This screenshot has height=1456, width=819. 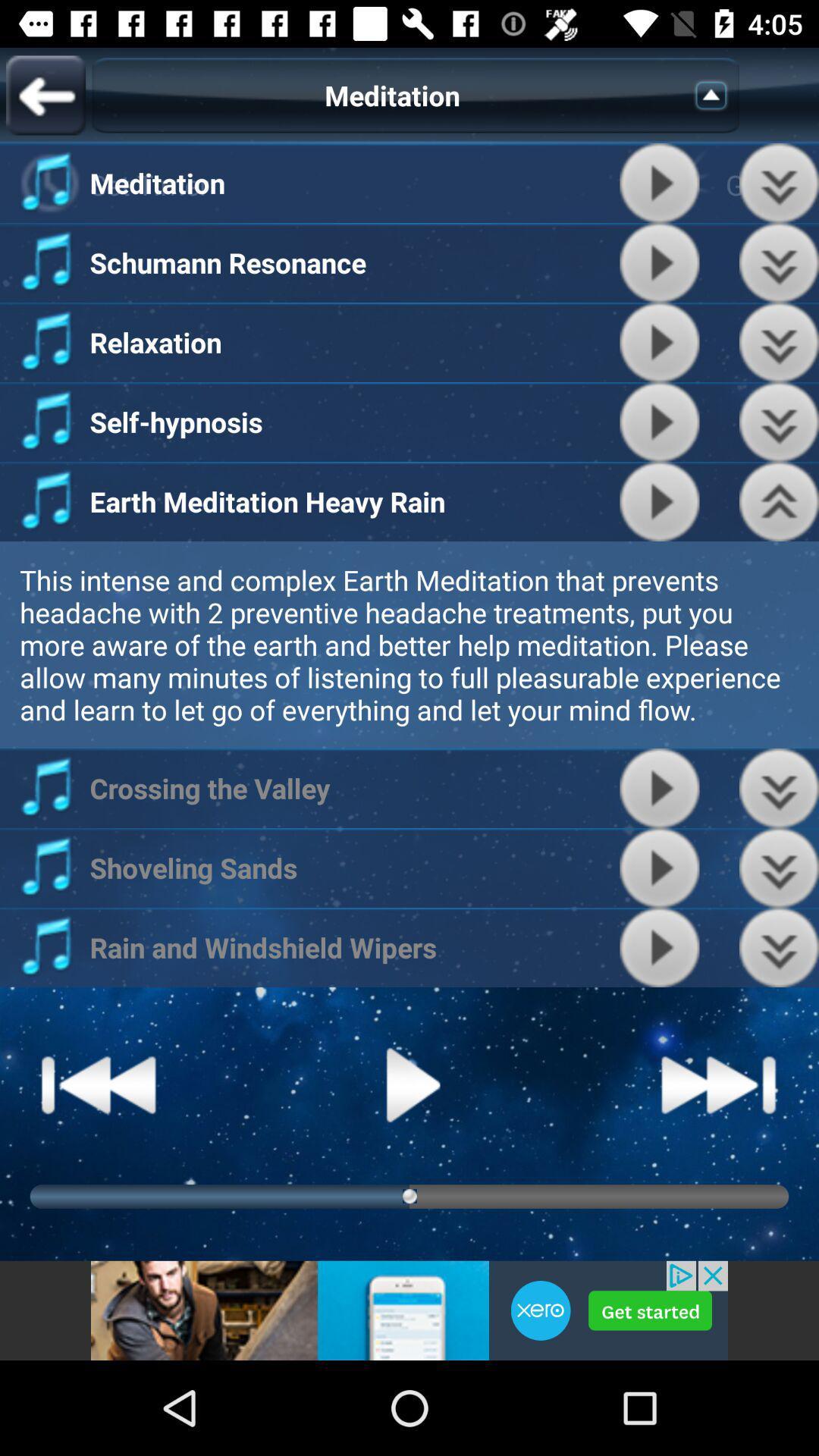 What do you see at coordinates (45, 94) in the screenshot?
I see `previous page` at bounding box center [45, 94].